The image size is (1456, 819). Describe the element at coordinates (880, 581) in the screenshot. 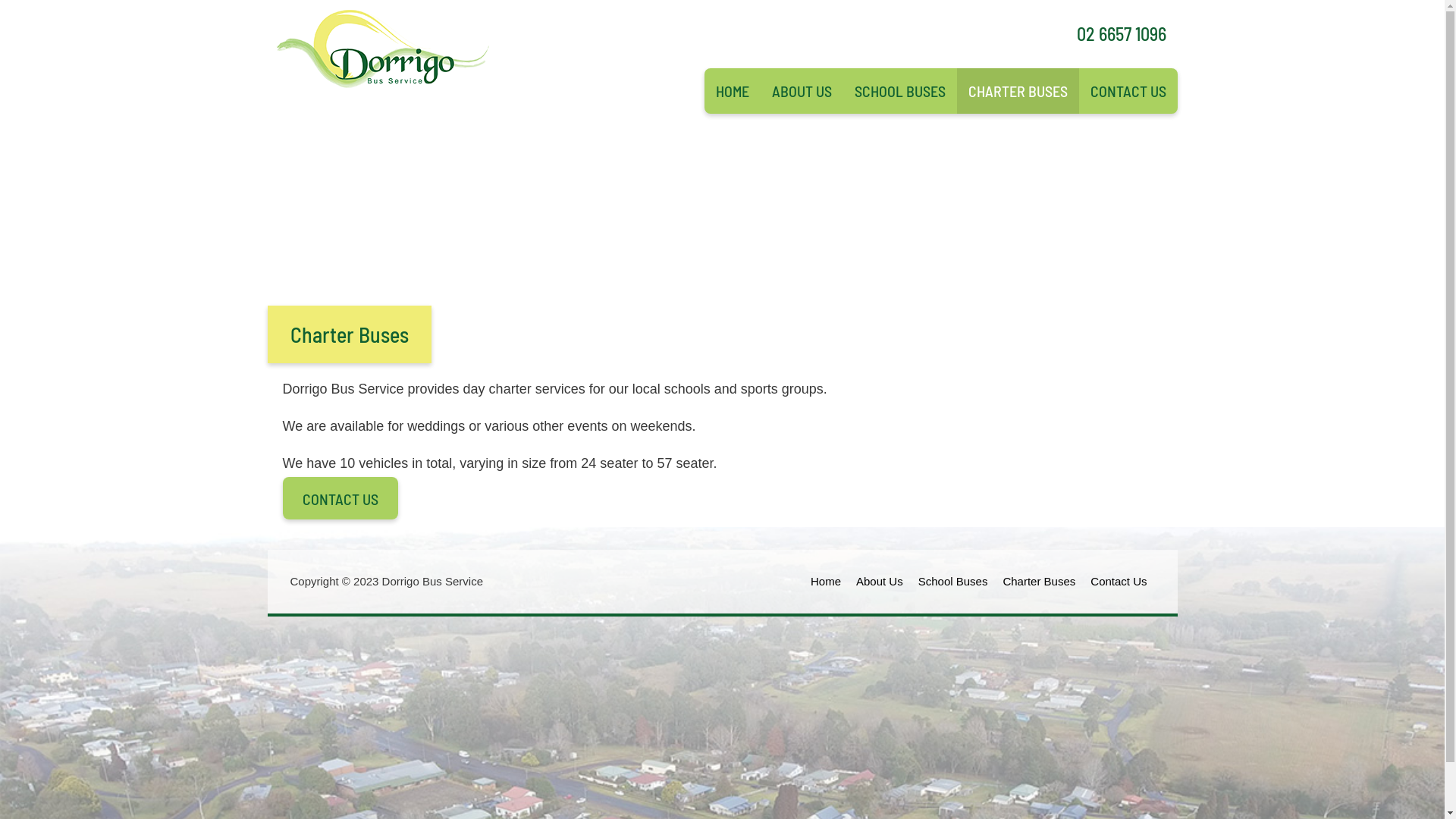

I see `'About Us'` at that location.